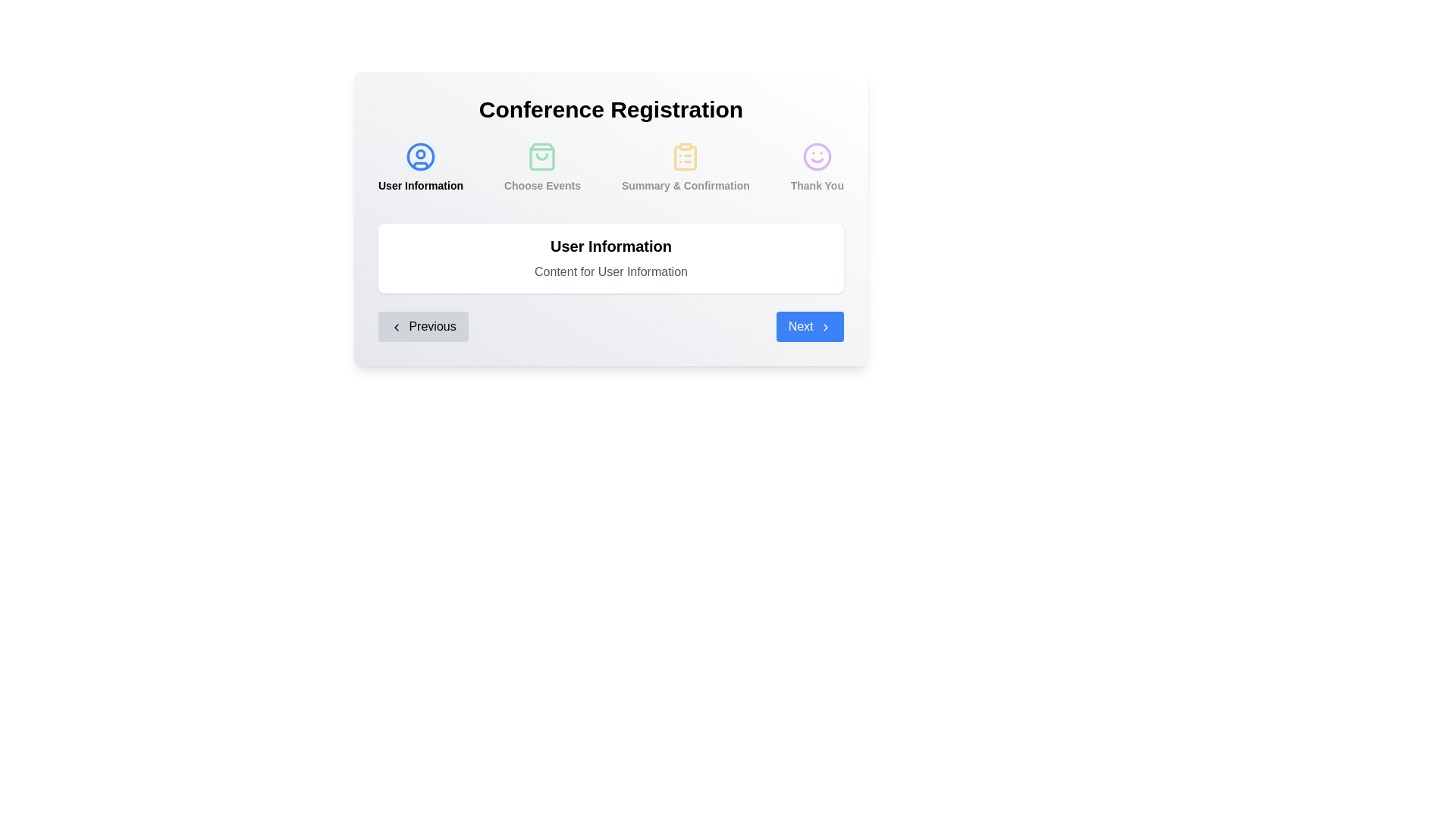 Image resolution: width=1456 pixels, height=819 pixels. What do you see at coordinates (825, 326) in the screenshot?
I see `the 'Next' button which contains a right-facing chevron icon and is styled as an outline in blue` at bounding box center [825, 326].